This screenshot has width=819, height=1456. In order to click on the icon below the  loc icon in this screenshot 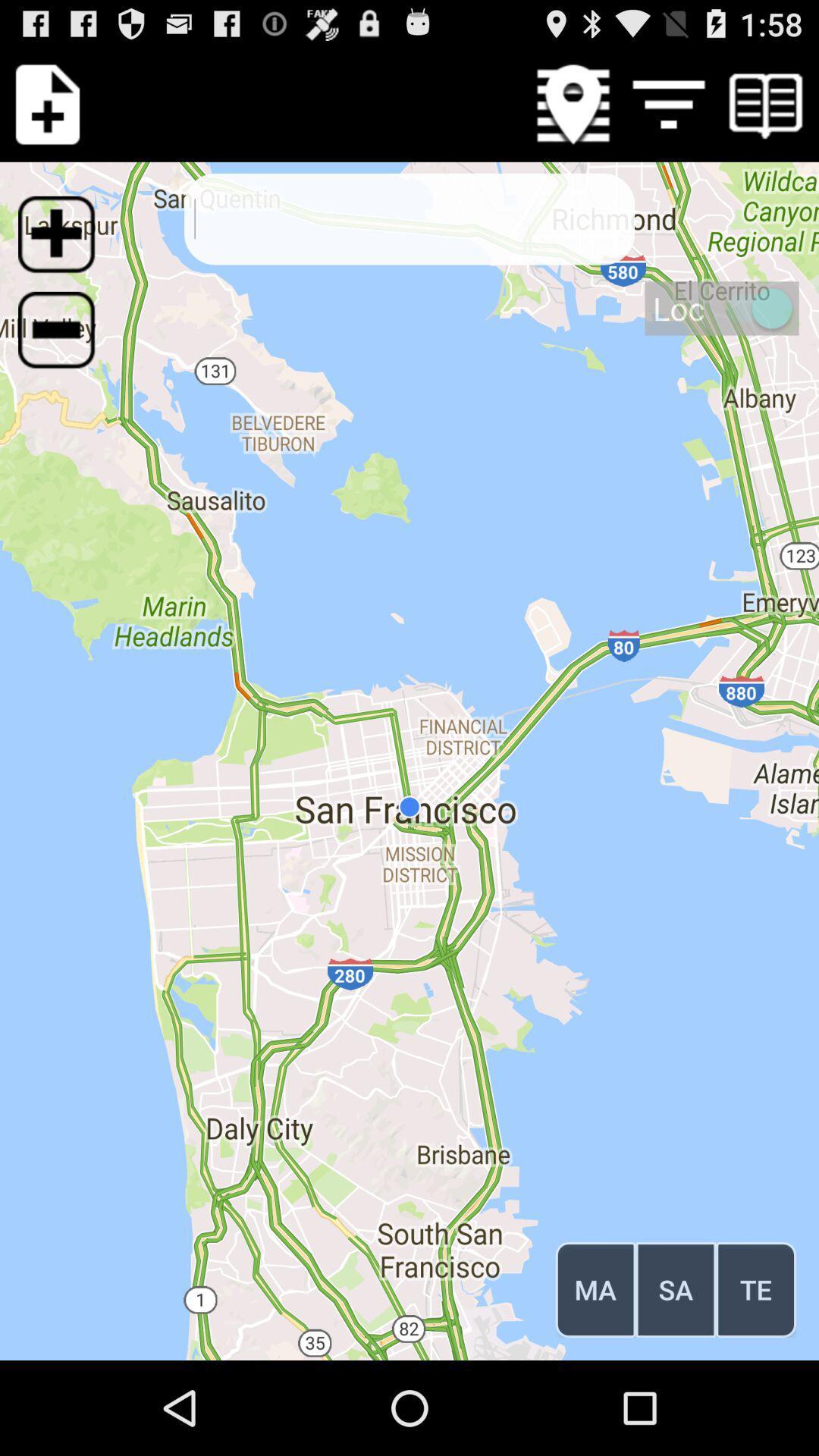, I will do `click(675, 1288)`.